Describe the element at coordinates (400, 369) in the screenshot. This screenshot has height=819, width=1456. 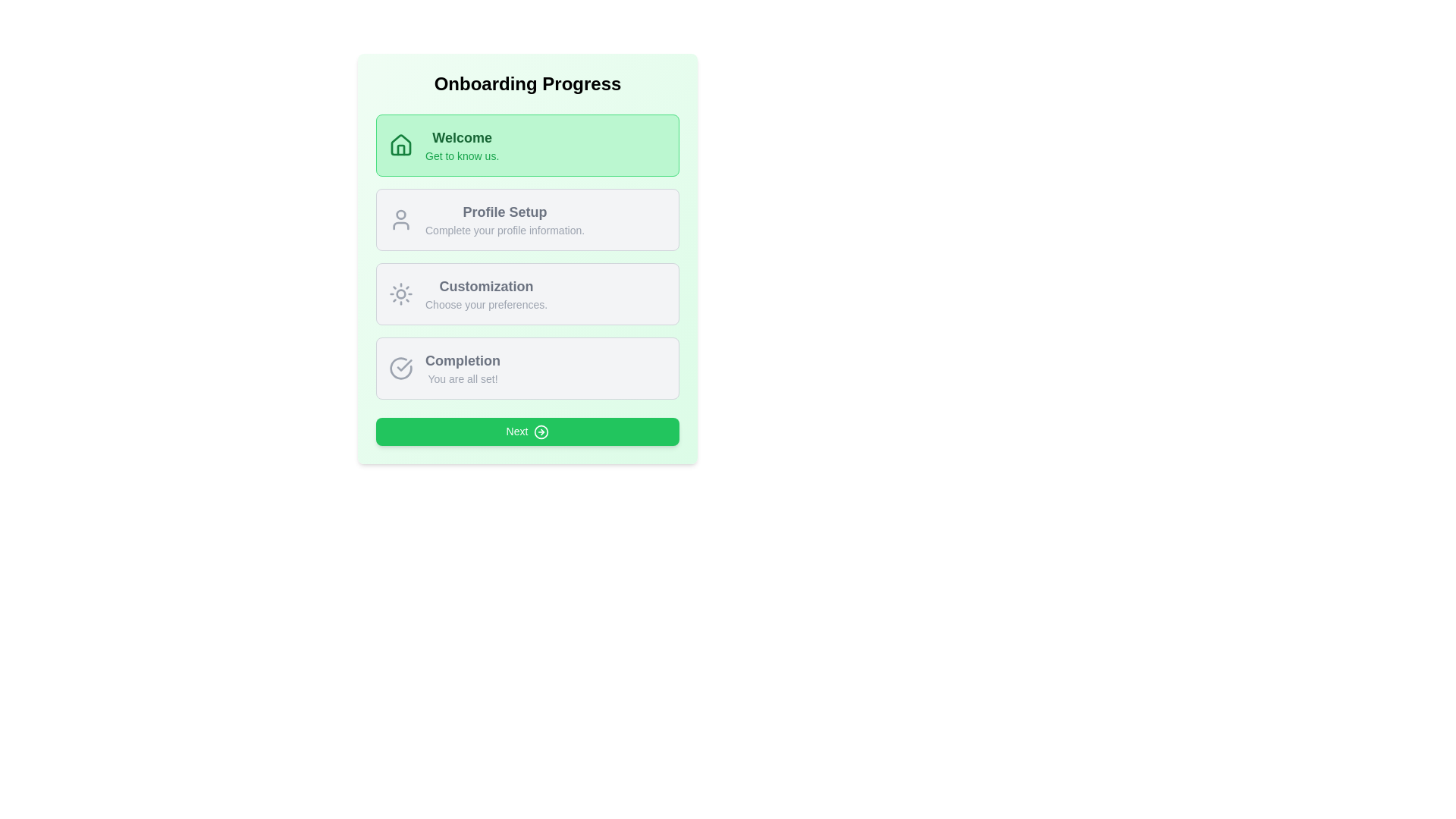
I see `the checkmark icon within the 'Completion' card, which is located below 'Customization' and above the 'Next' button` at that location.